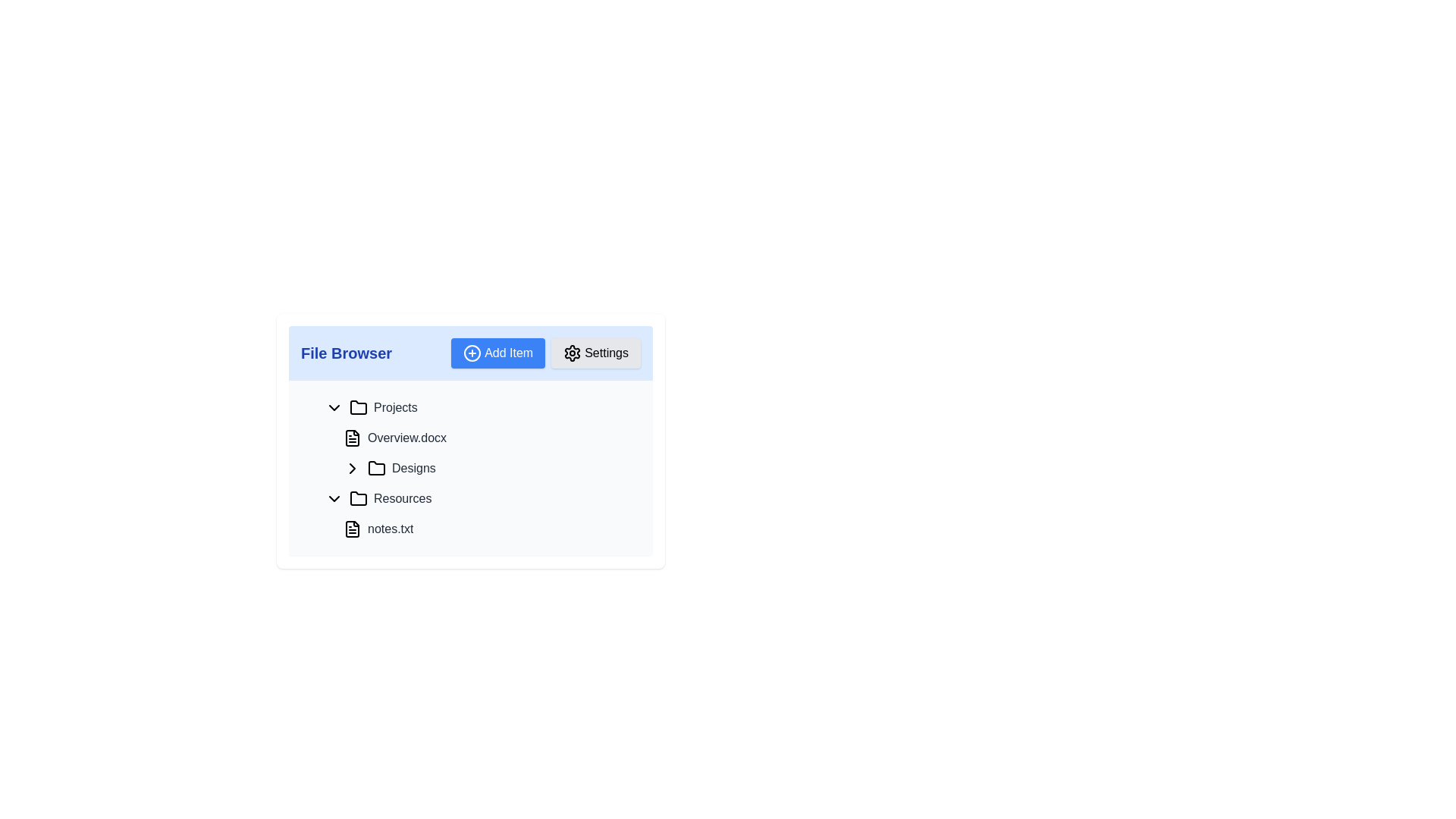 This screenshot has width=1456, height=819. What do you see at coordinates (358, 406) in the screenshot?
I see `the first folder icon in the file browser panel, located next to the 'Projects' label` at bounding box center [358, 406].